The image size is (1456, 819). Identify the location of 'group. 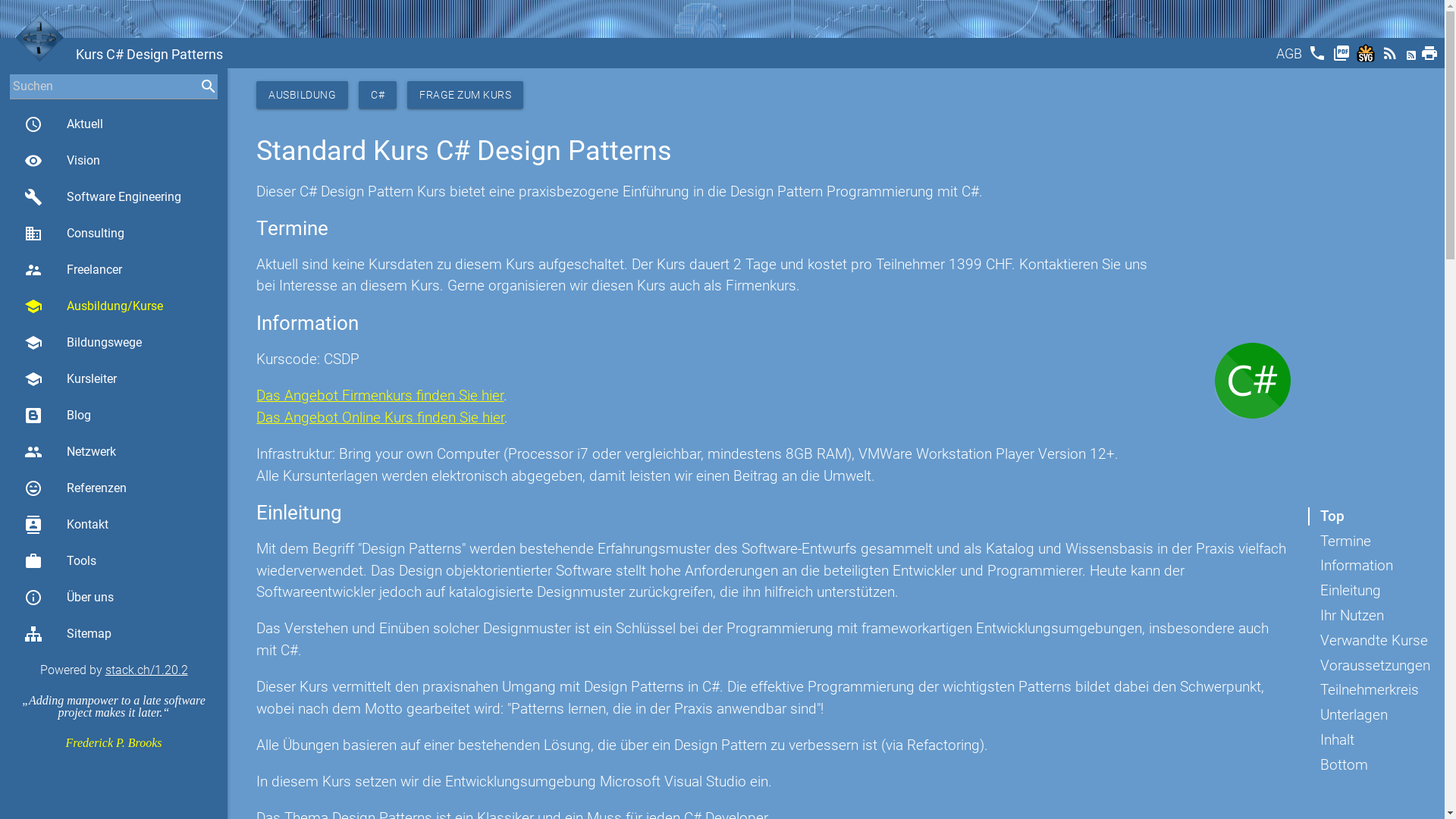
(112, 451).